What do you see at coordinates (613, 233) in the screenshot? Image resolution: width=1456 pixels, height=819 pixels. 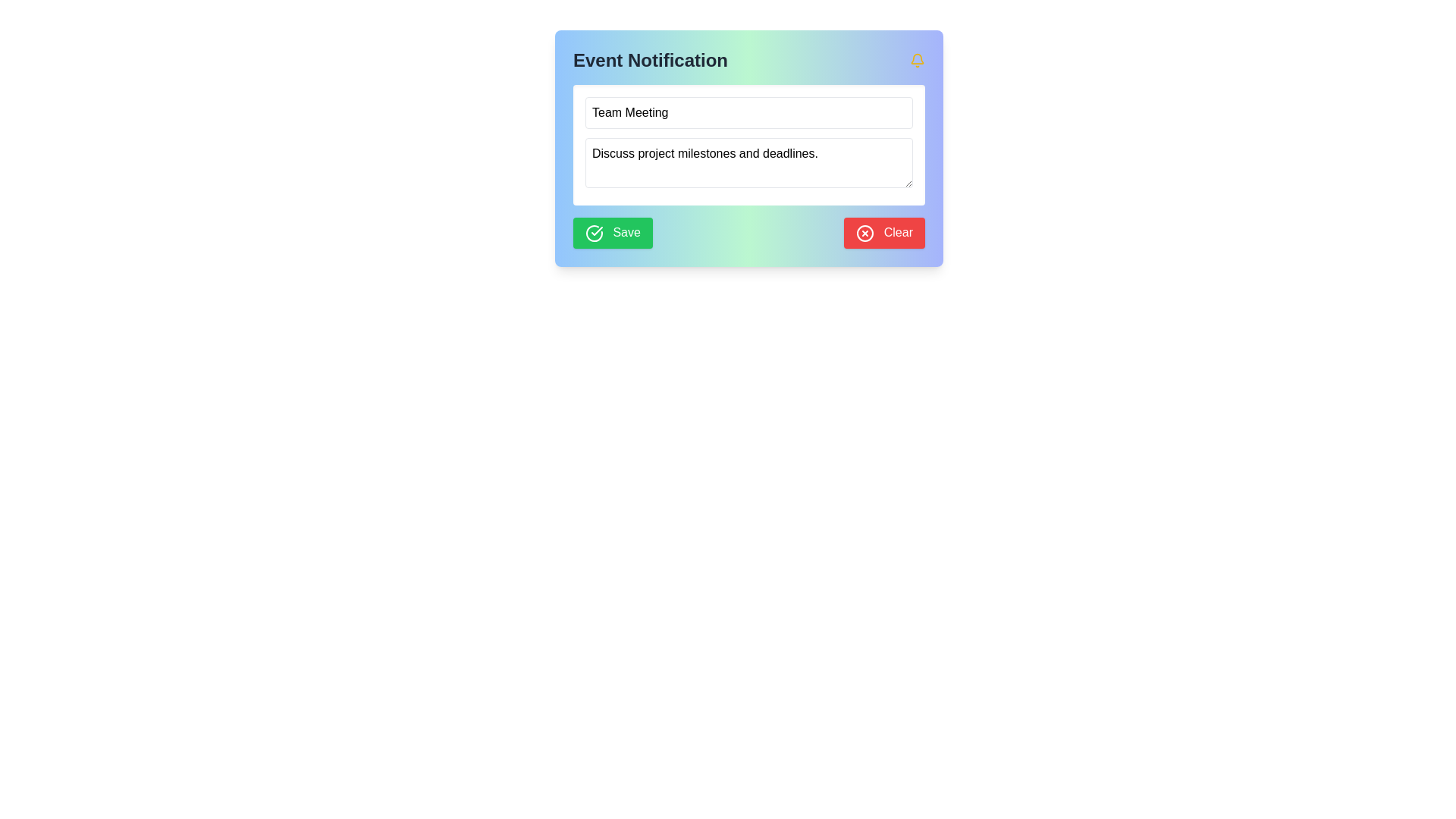 I see `the green 'Save' button with a white checkmark icon` at bounding box center [613, 233].